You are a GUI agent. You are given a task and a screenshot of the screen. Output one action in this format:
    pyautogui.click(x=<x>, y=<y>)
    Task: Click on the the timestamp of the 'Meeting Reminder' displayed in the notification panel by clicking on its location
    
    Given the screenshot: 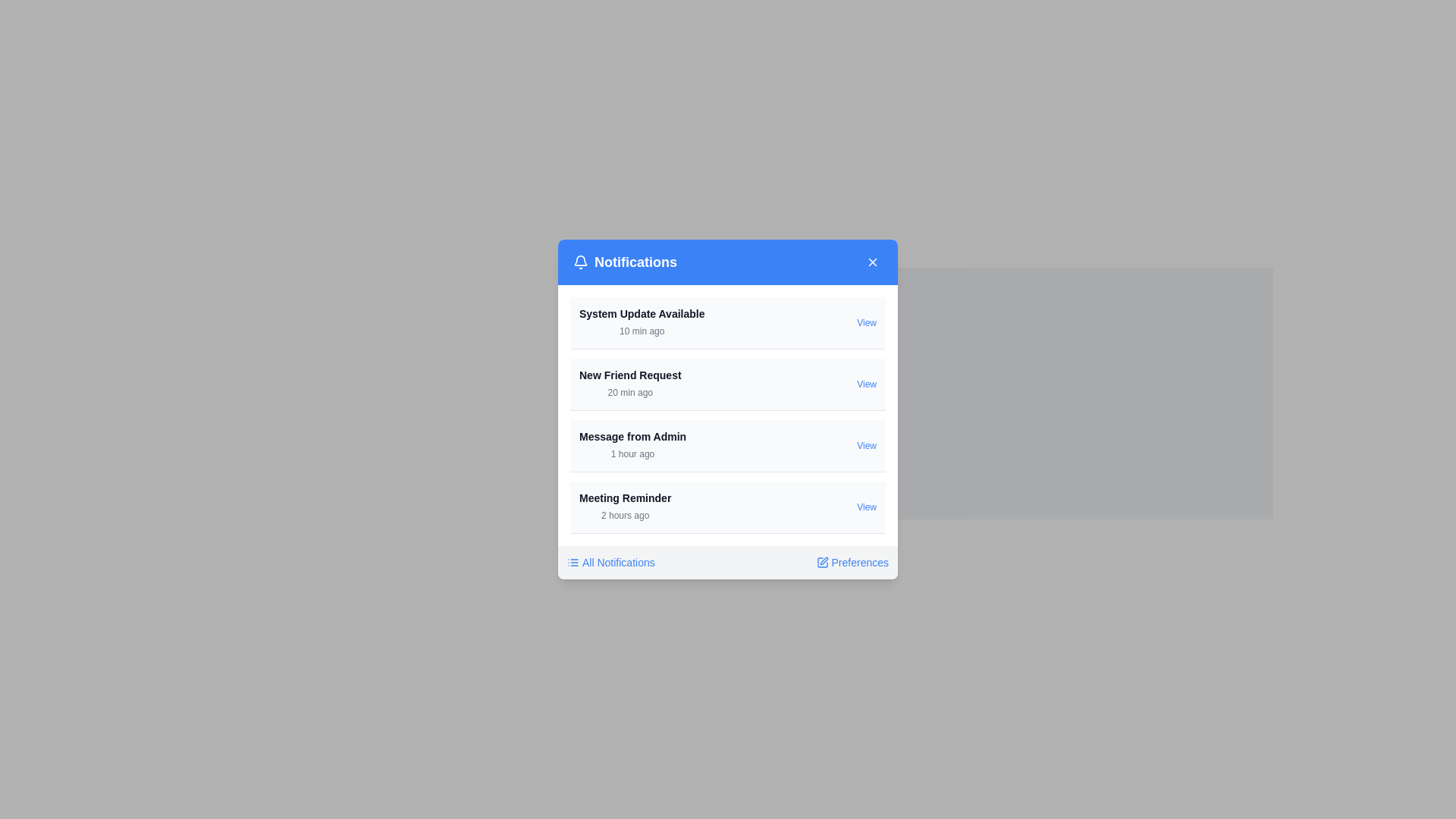 What is the action you would take?
    pyautogui.click(x=625, y=507)
    